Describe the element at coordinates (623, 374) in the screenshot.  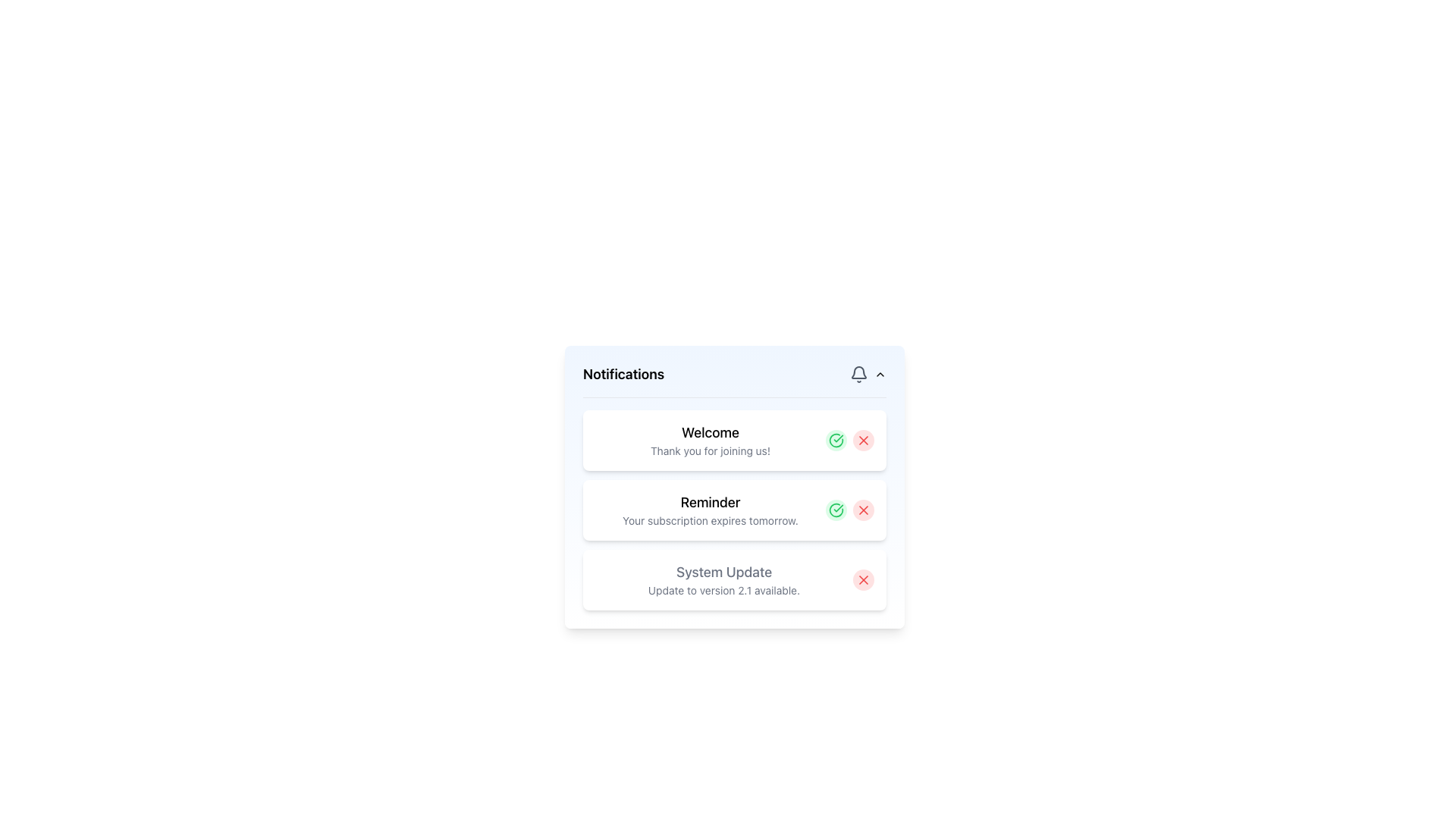
I see `the 'Notifications' text label, which is styled in bold with a larger font size and located in the upper-left corner of the notification panel's header` at that location.